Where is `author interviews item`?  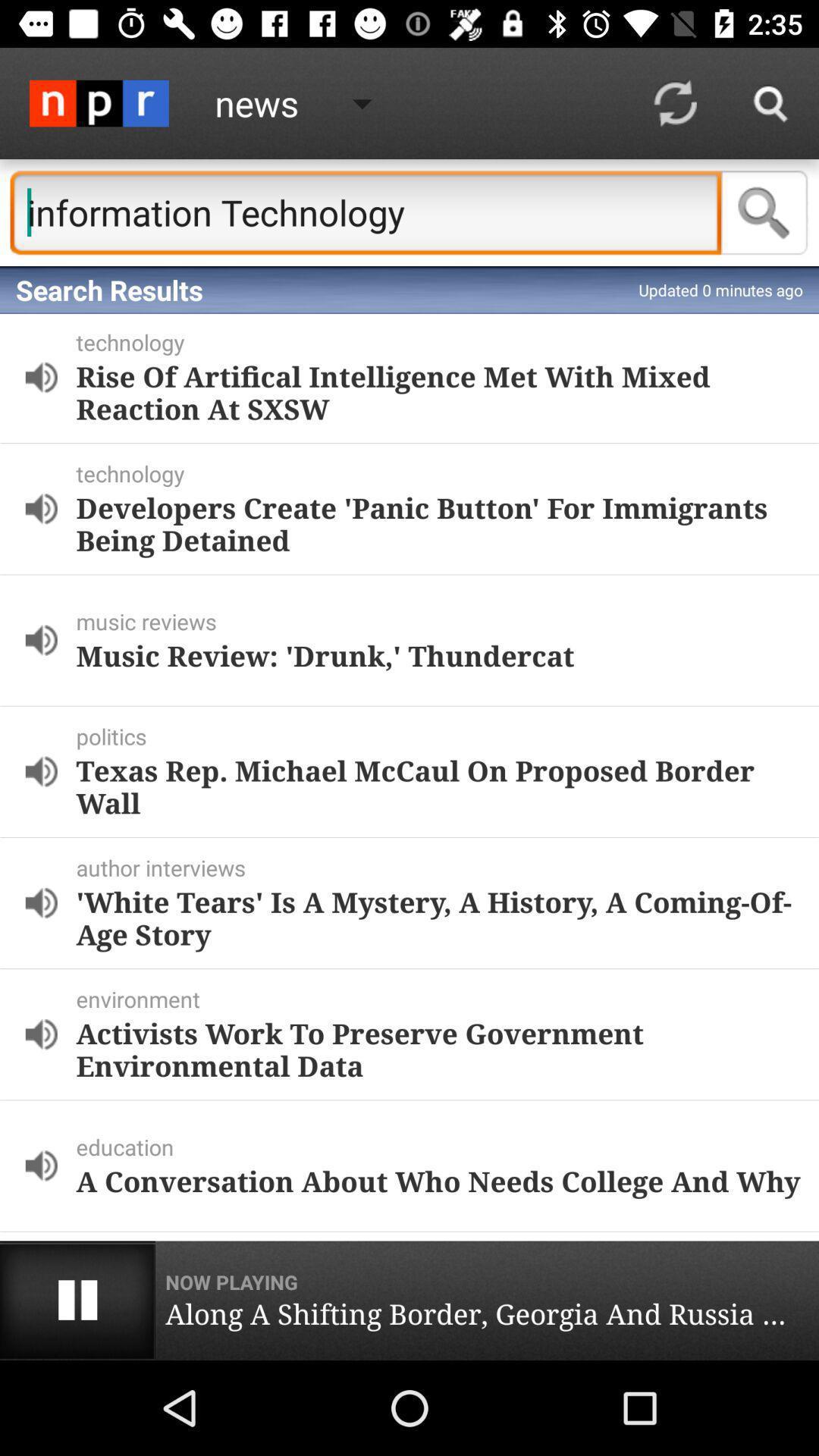
author interviews item is located at coordinates (444, 868).